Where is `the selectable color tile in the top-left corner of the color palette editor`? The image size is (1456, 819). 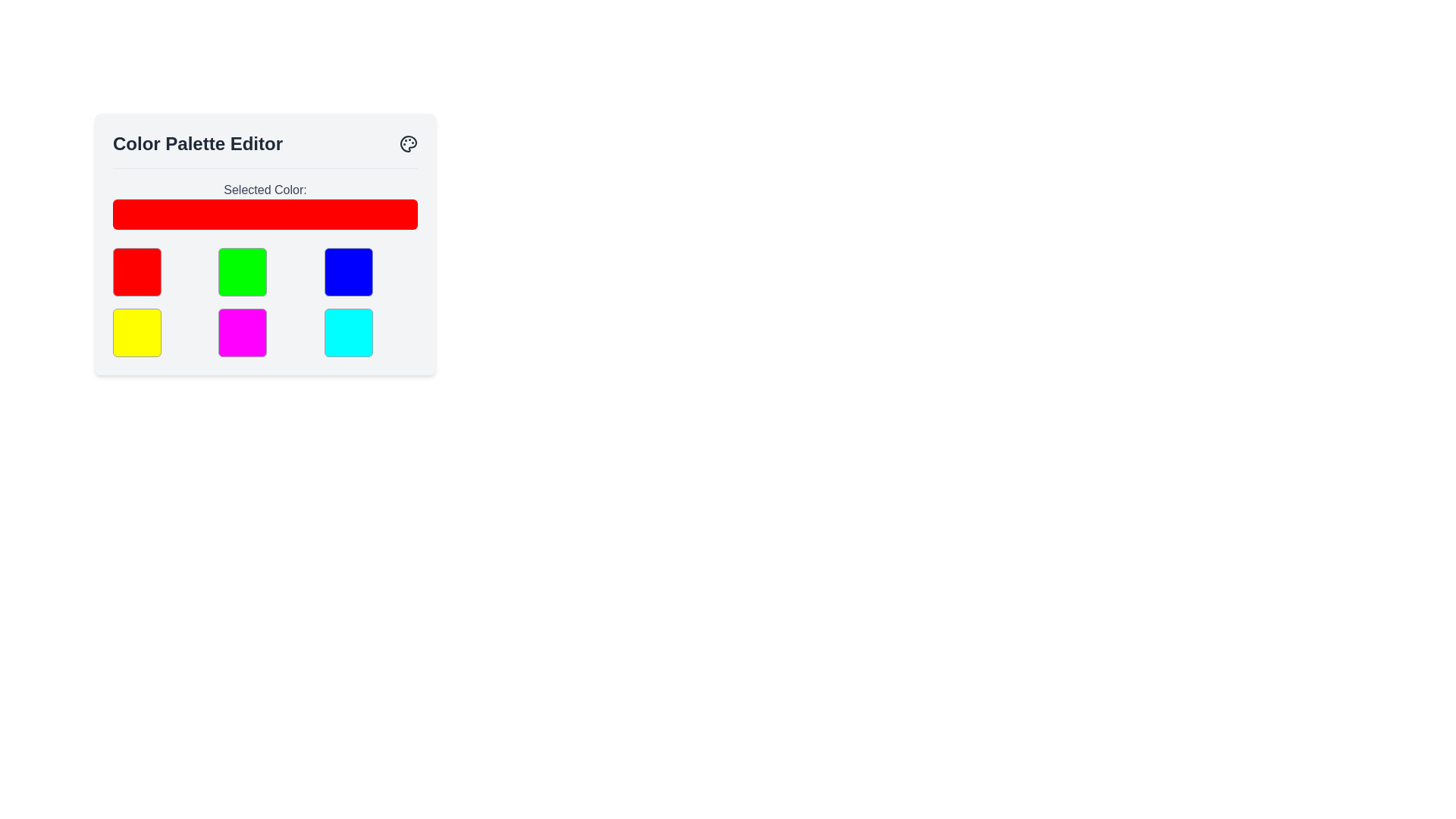 the selectable color tile in the top-left corner of the color palette editor is located at coordinates (137, 271).